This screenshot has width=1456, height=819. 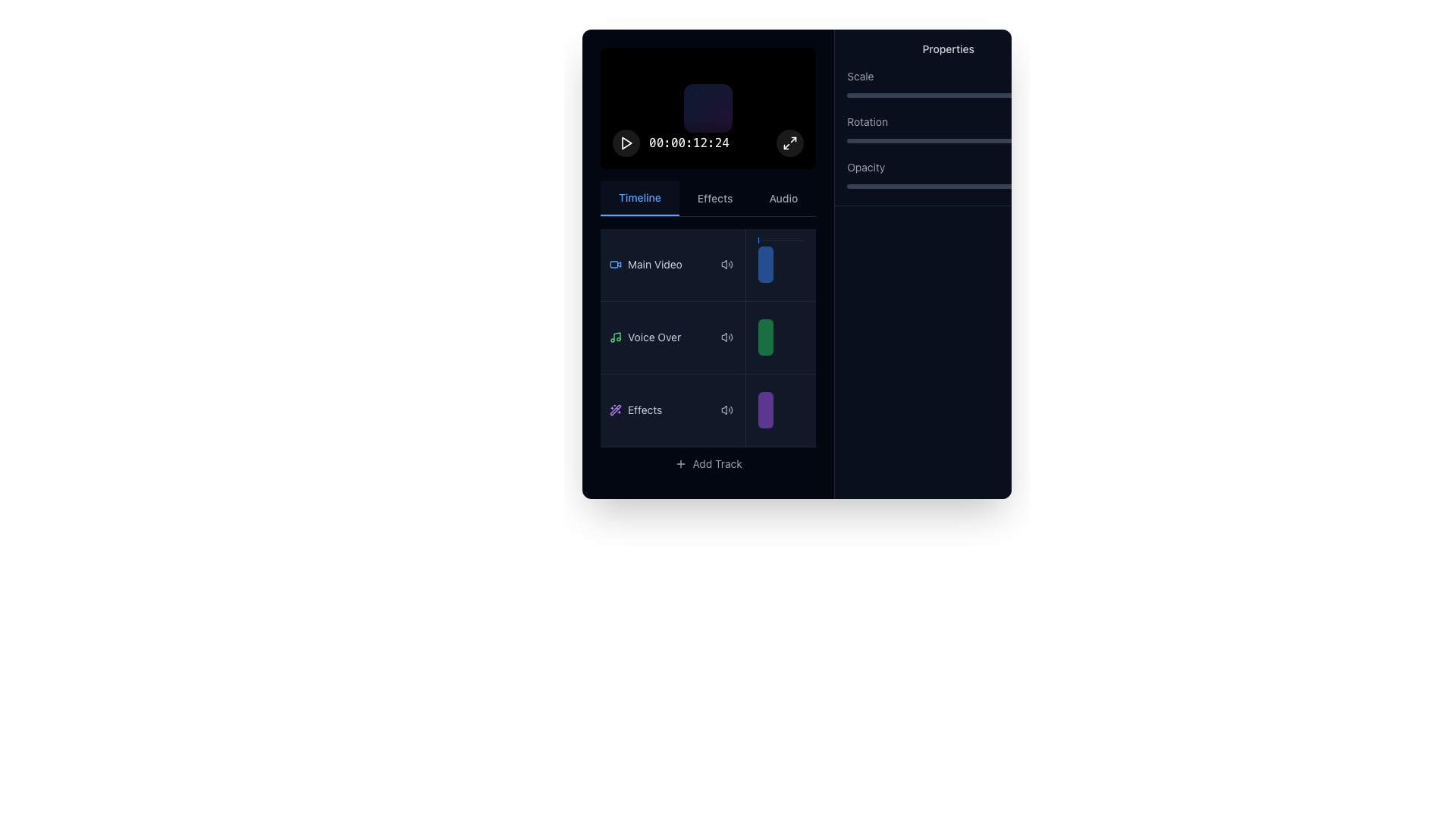 What do you see at coordinates (639, 197) in the screenshot?
I see `the blue-colored 'Timeline' tab button, which is the active tab in the tab bar interface` at bounding box center [639, 197].